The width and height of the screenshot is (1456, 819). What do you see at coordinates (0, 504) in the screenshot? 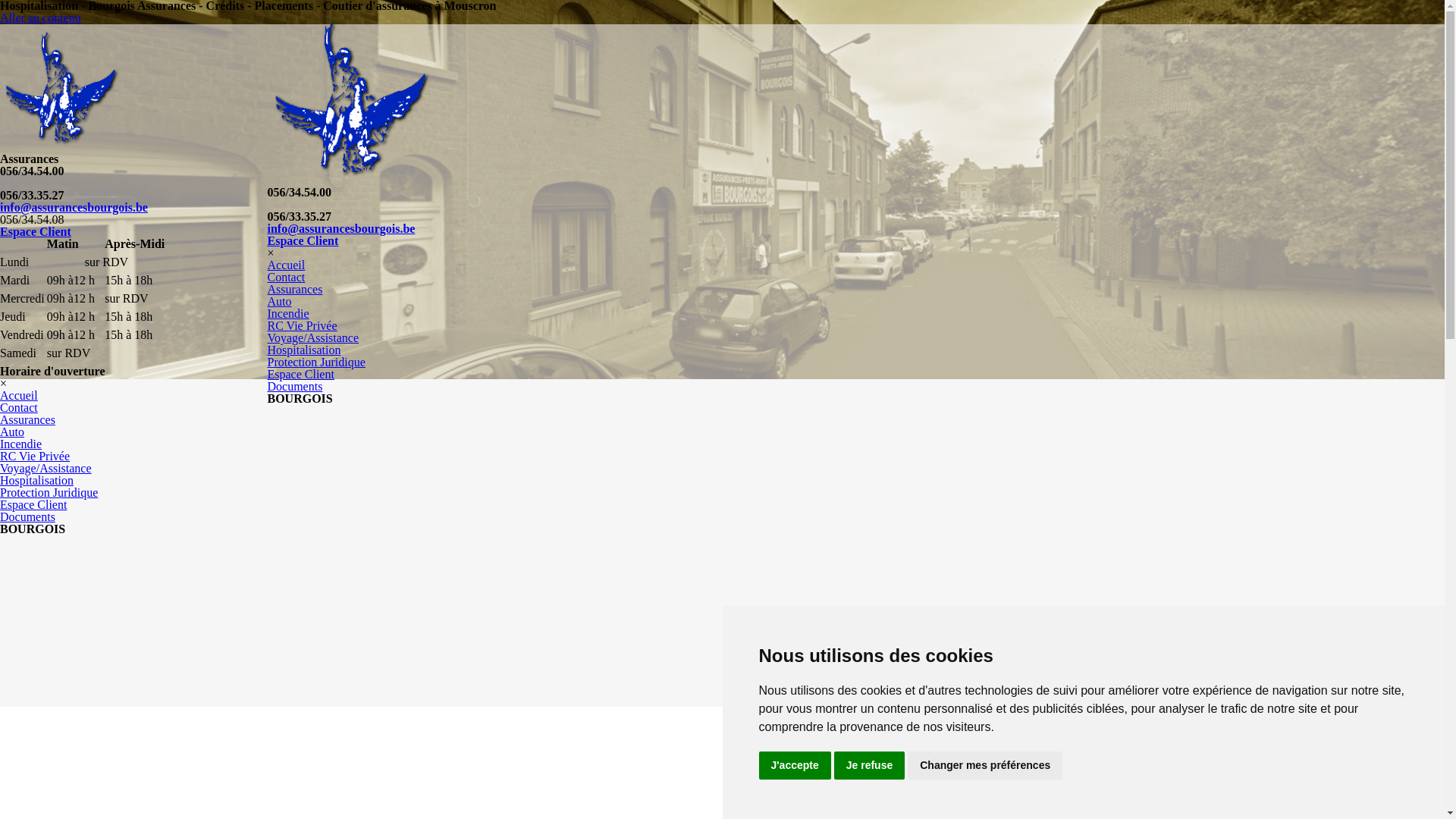
I see `'Espace Client'` at bounding box center [0, 504].